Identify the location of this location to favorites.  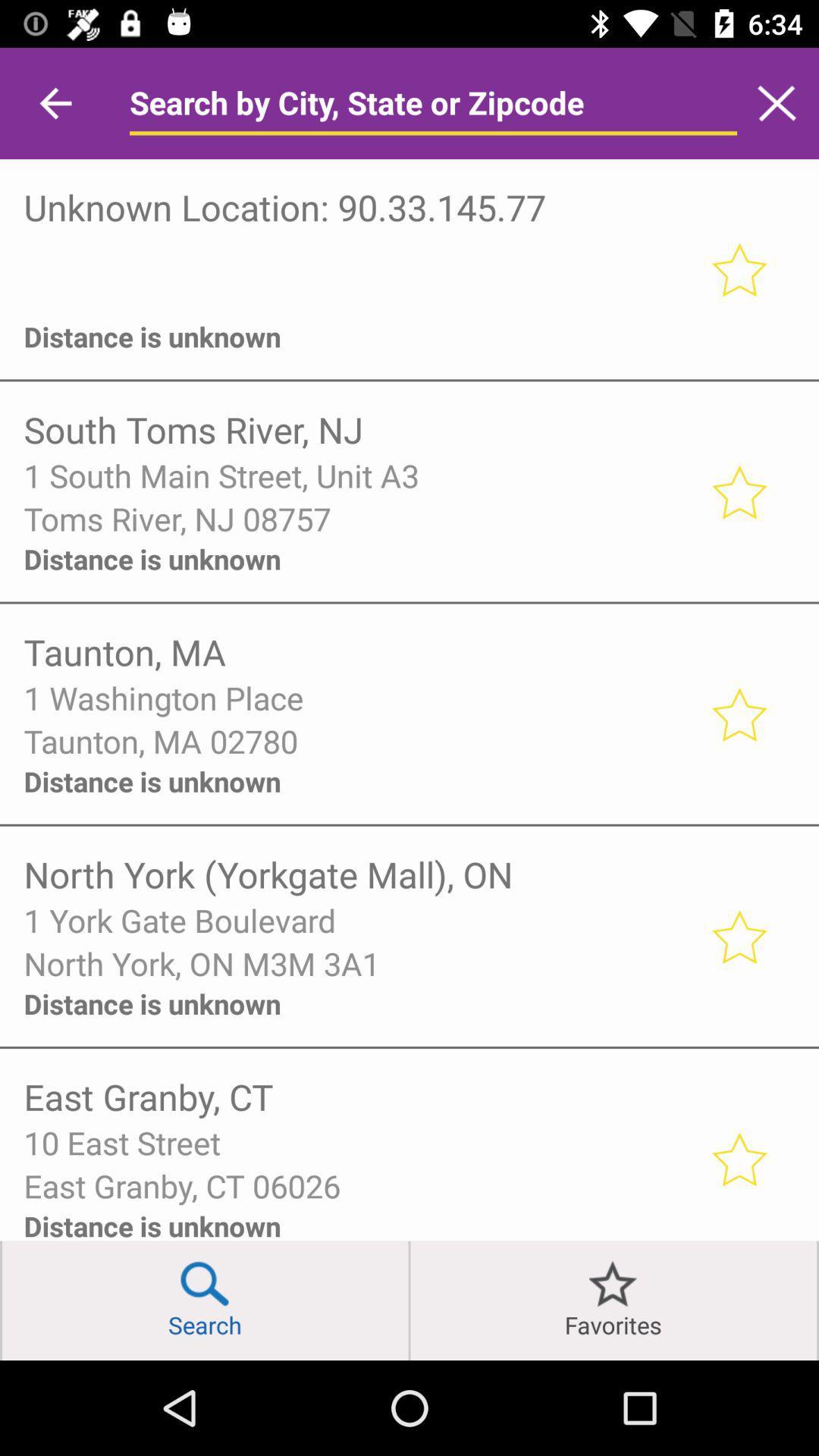
(738, 713).